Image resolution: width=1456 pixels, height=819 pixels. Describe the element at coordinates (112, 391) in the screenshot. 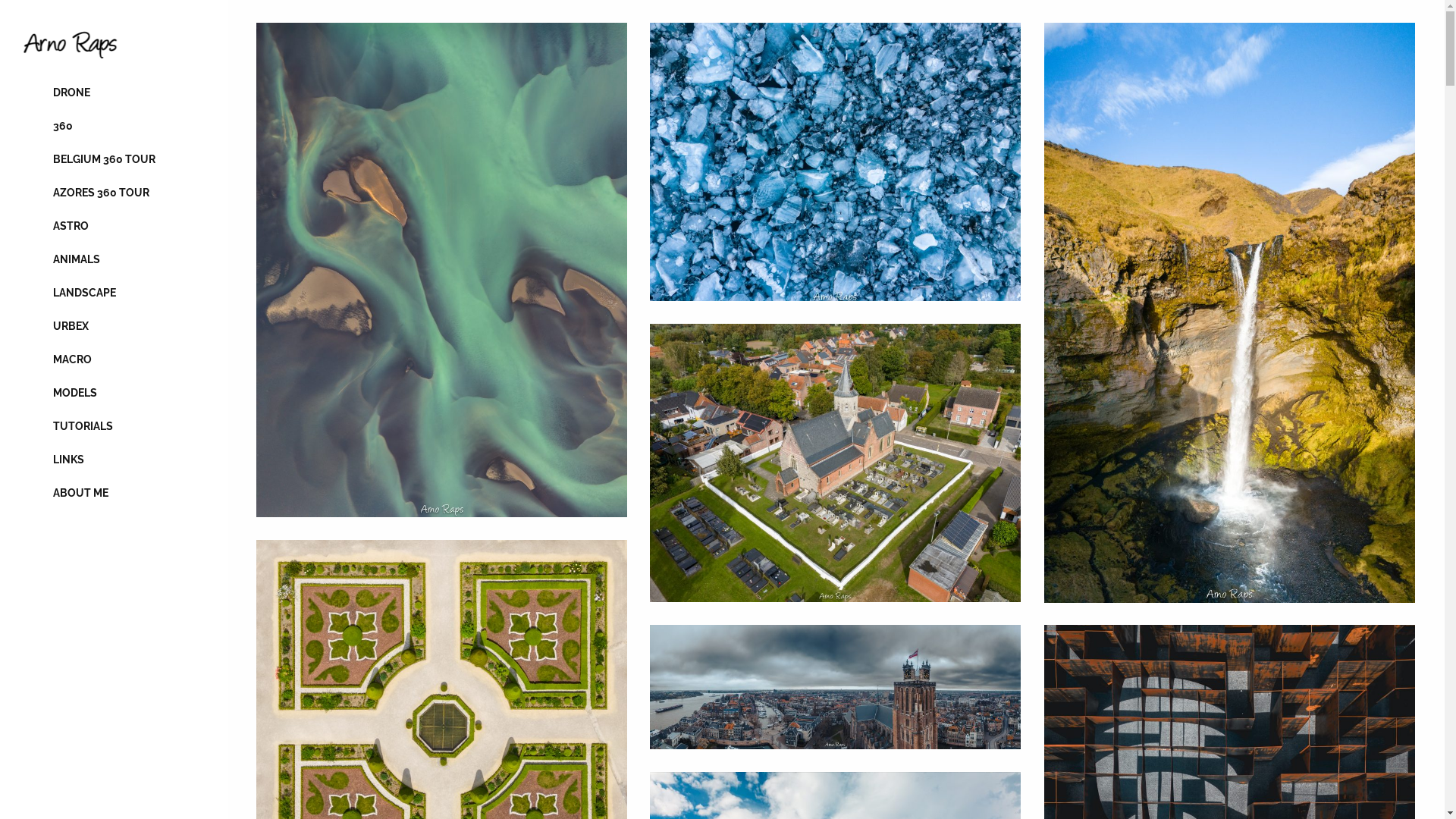

I see `'MODELS'` at that location.